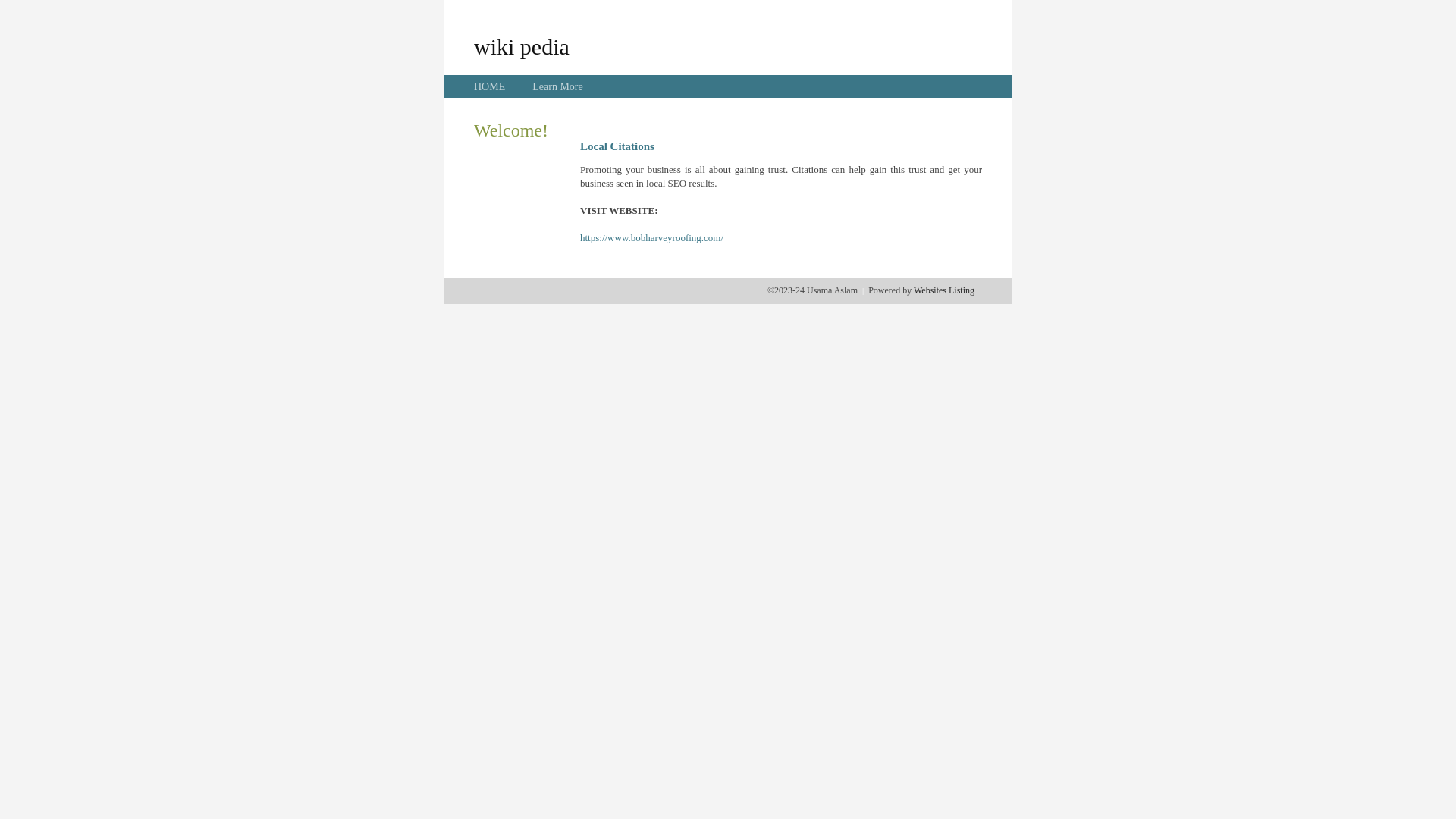 The height and width of the screenshot is (819, 1456). What do you see at coordinates (556, 86) in the screenshot?
I see `'Learn More'` at bounding box center [556, 86].